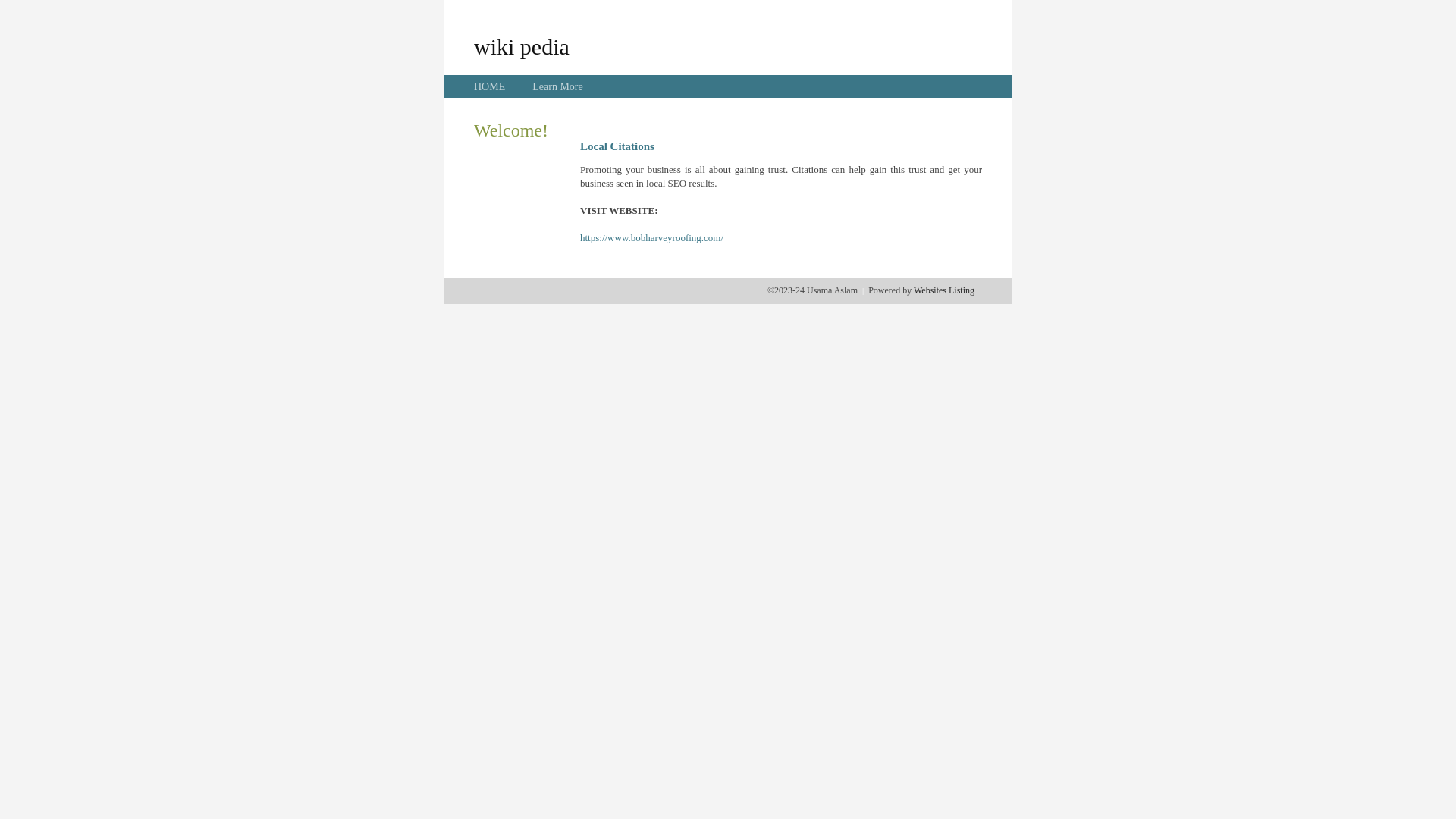 The height and width of the screenshot is (819, 1456). What do you see at coordinates (556, 86) in the screenshot?
I see `'Learn More'` at bounding box center [556, 86].